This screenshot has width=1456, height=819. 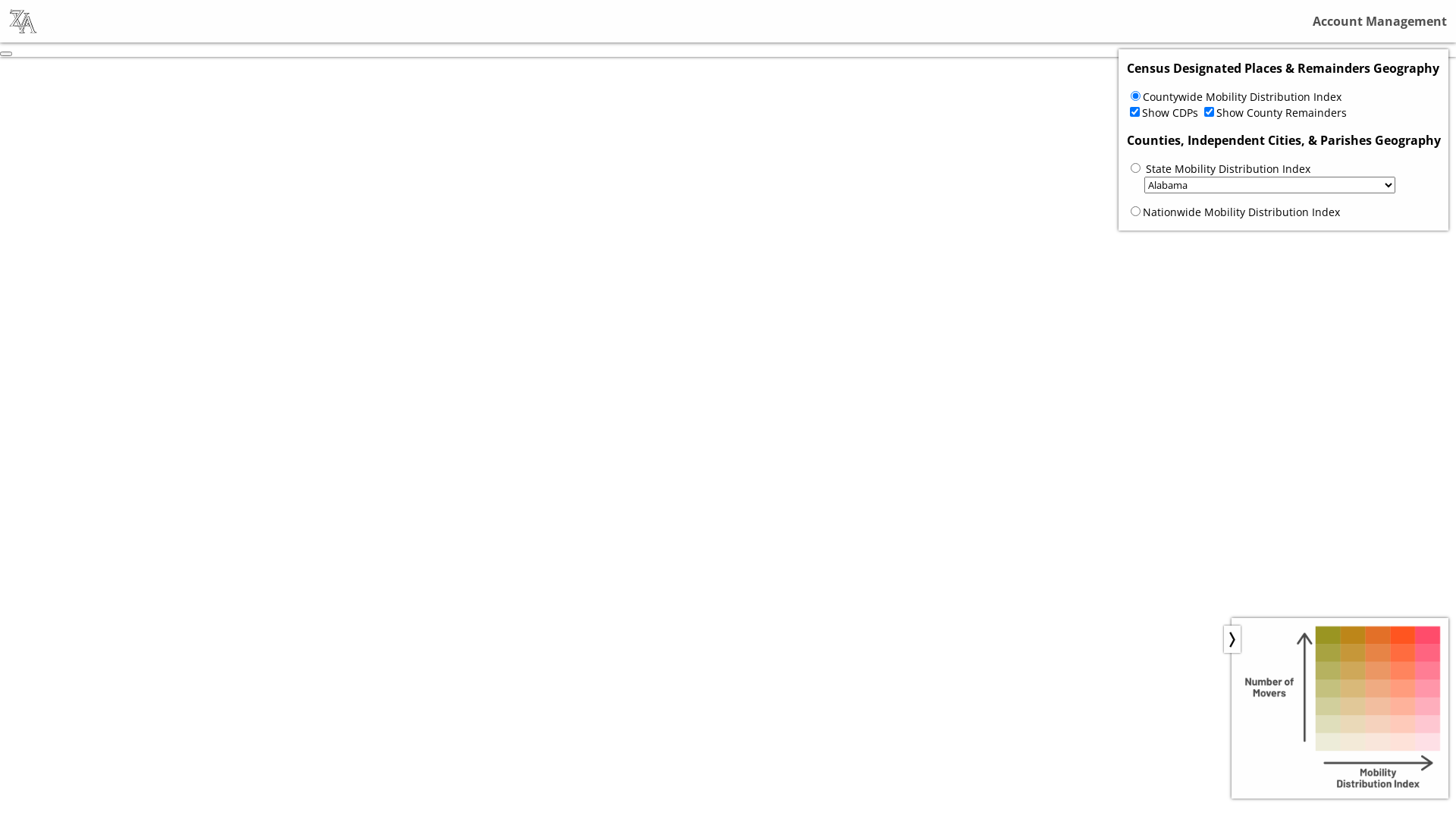 What do you see at coordinates (1379, 20) in the screenshot?
I see `'Account Management'` at bounding box center [1379, 20].